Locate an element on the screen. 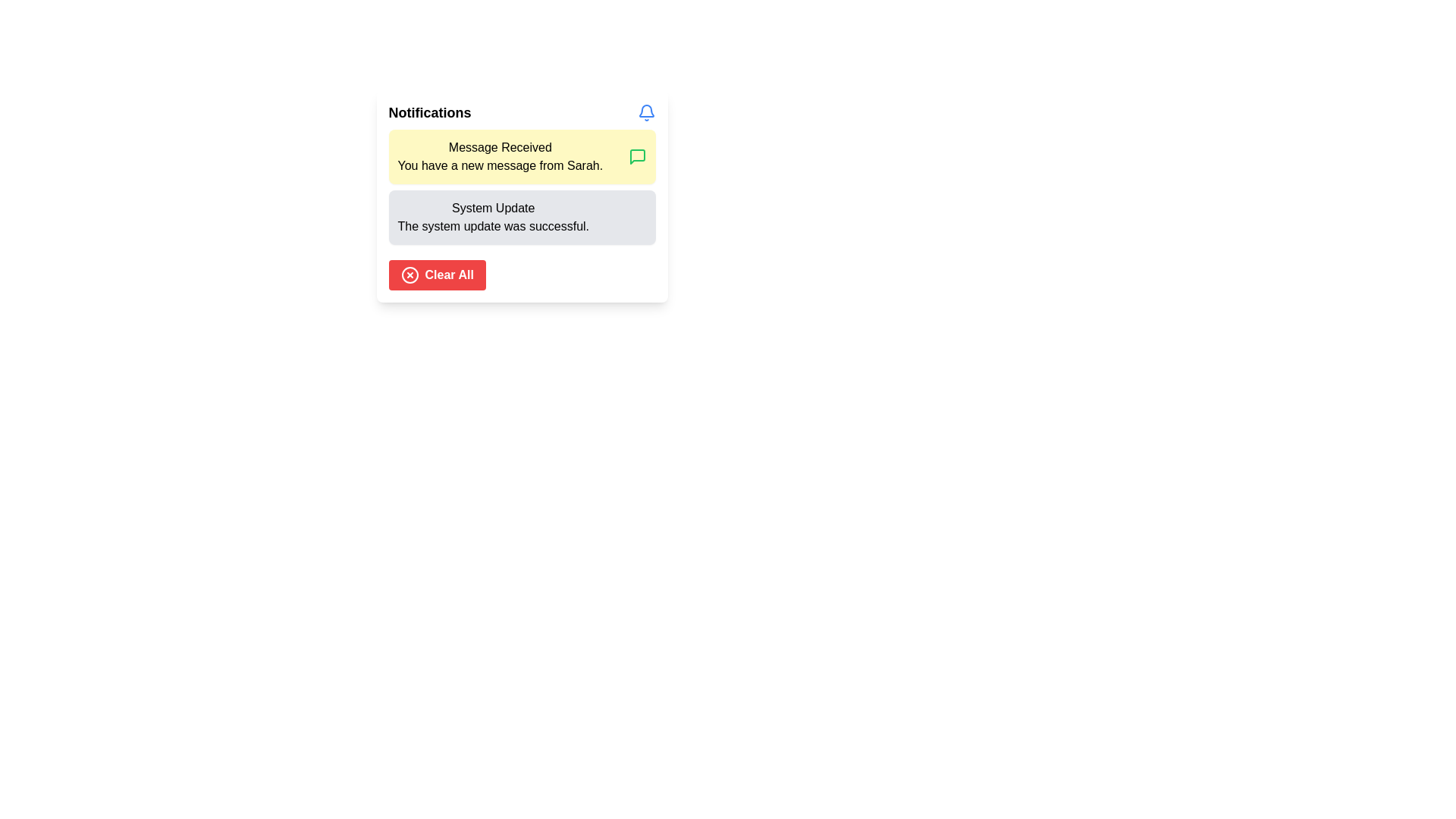 The height and width of the screenshot is (819, 1456). the Text Display element located in the Notifications section, which provides feedback about the successful completion of a system update is located at coordinates (493, 217).